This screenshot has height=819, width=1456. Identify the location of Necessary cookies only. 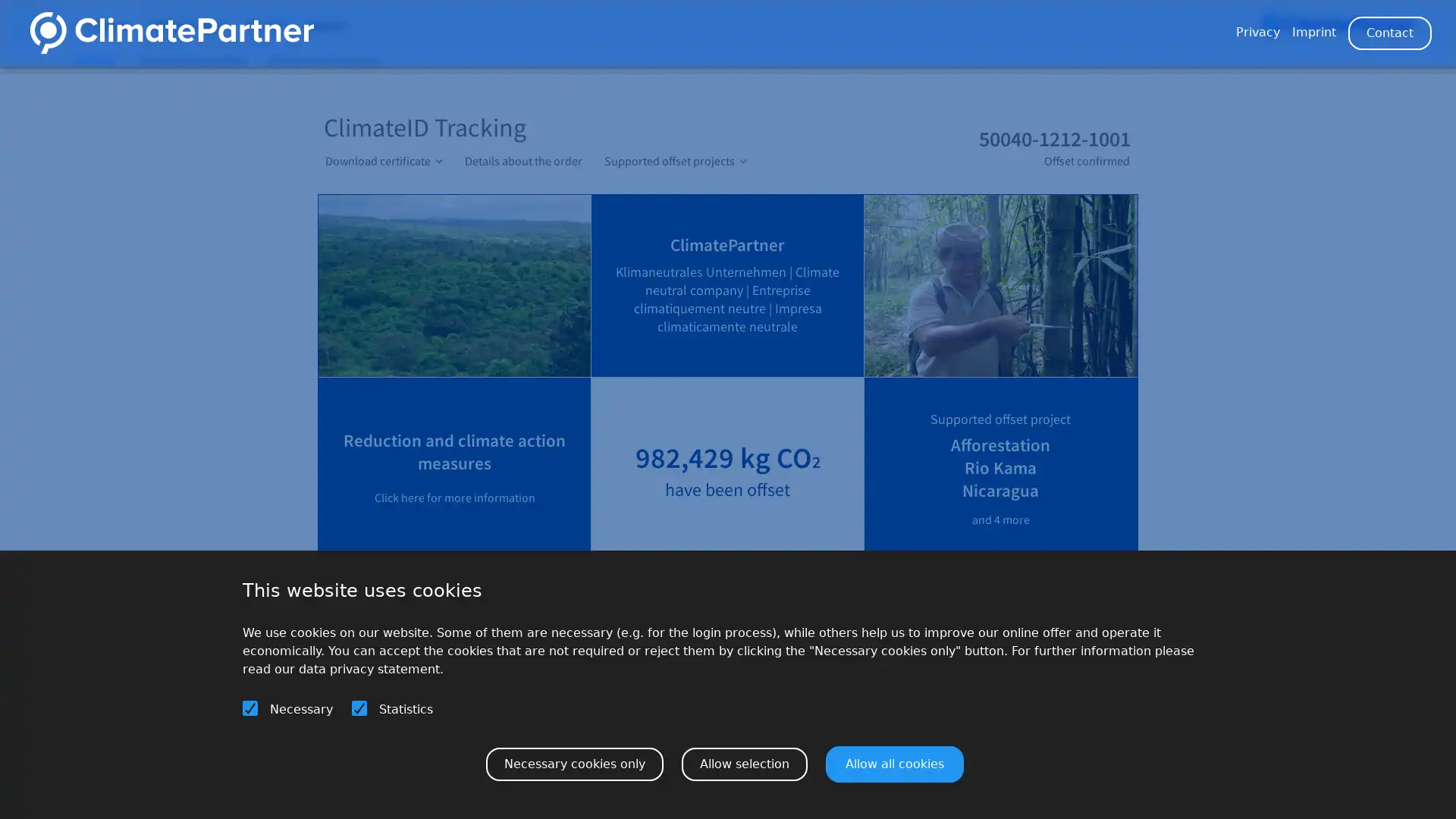
(574, 763).